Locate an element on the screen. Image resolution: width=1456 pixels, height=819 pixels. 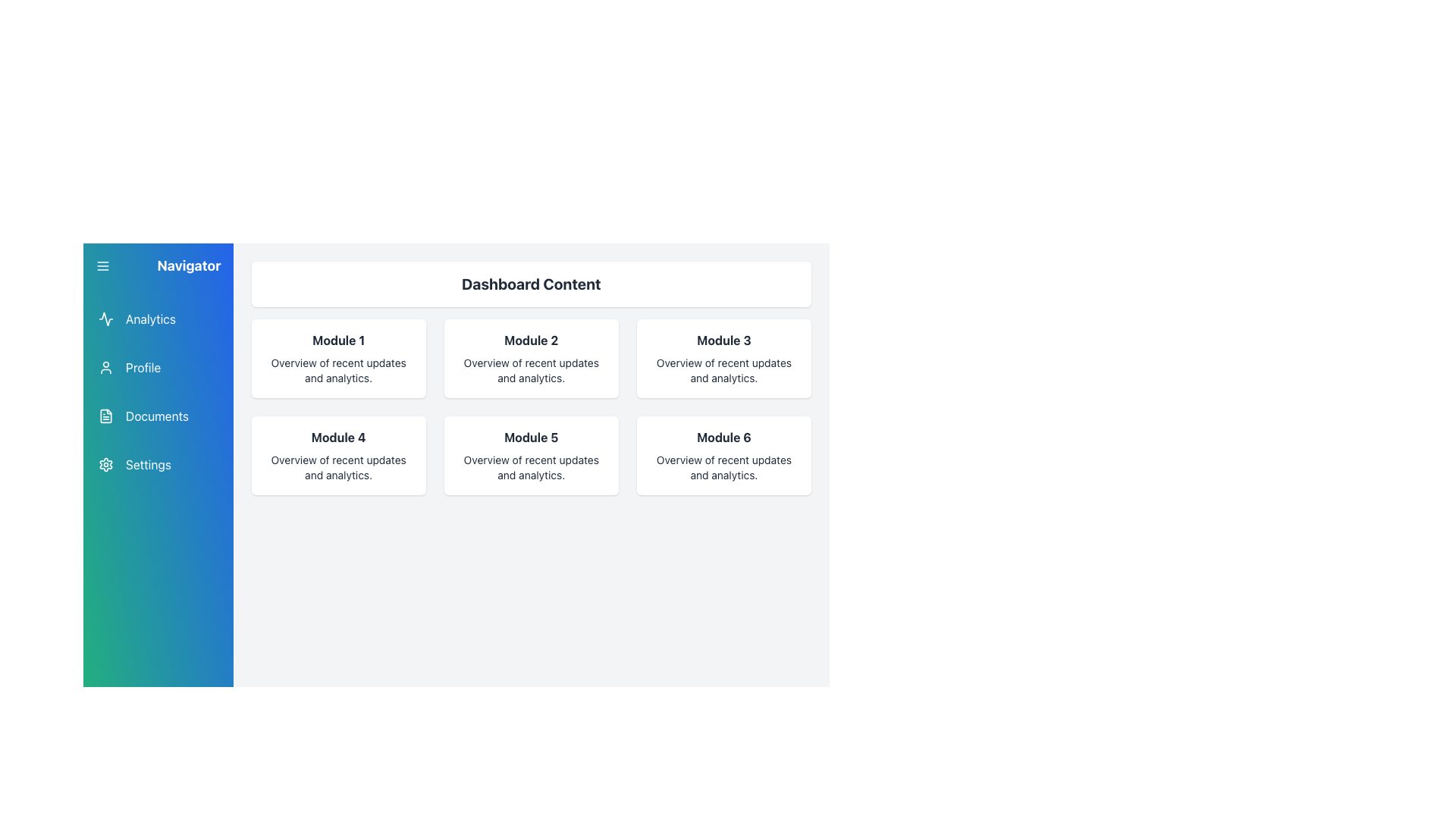
the controls associated with the Informational Card titled 'Module 5', which is a rectangular card with a white background and rounded corners located in the second row, middle column of the grid is located at coordinates (531, 455).